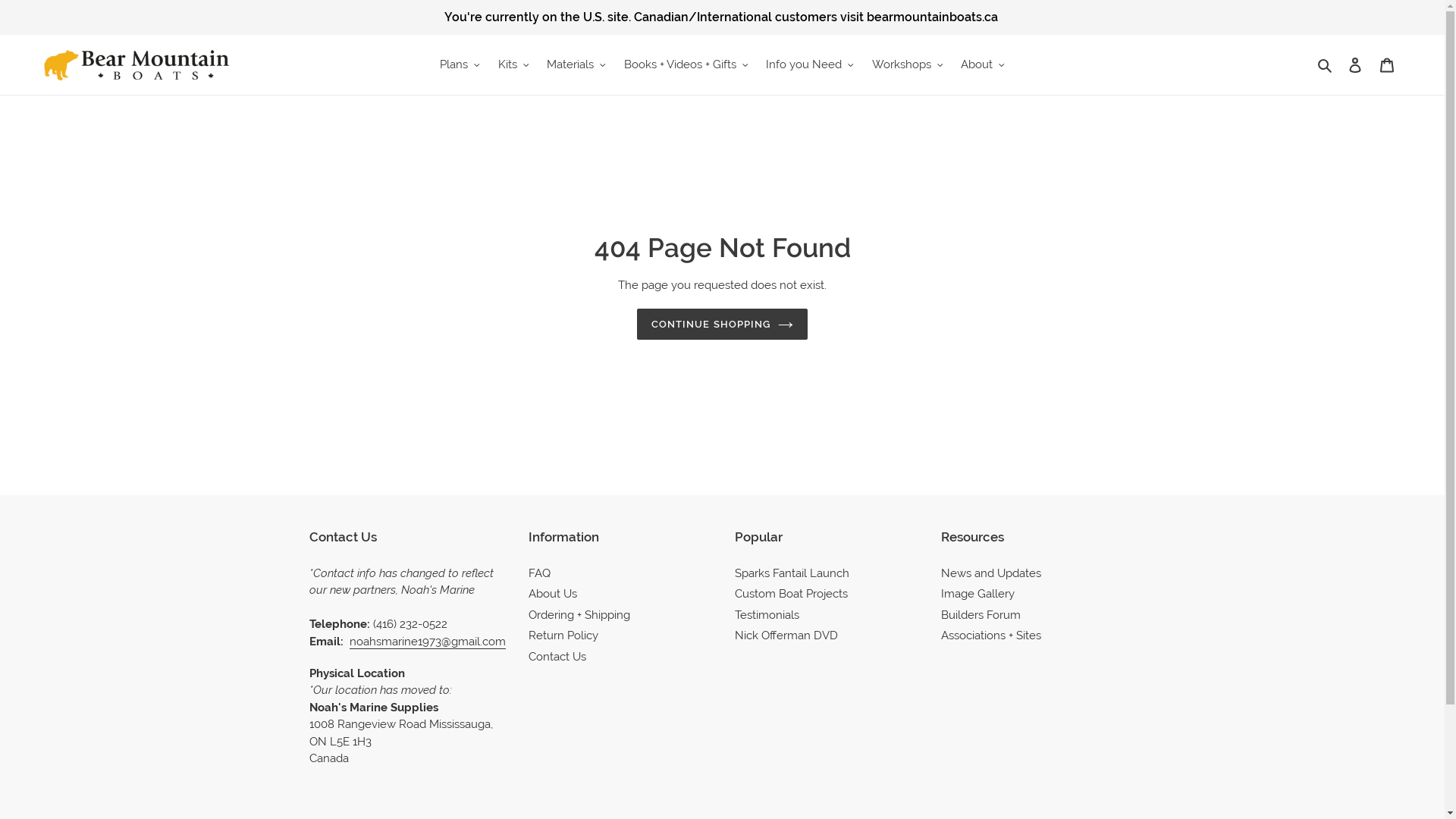  Describe the element at coordinates (459, 64) in the screenshot. I see `'Plans'` at that location.